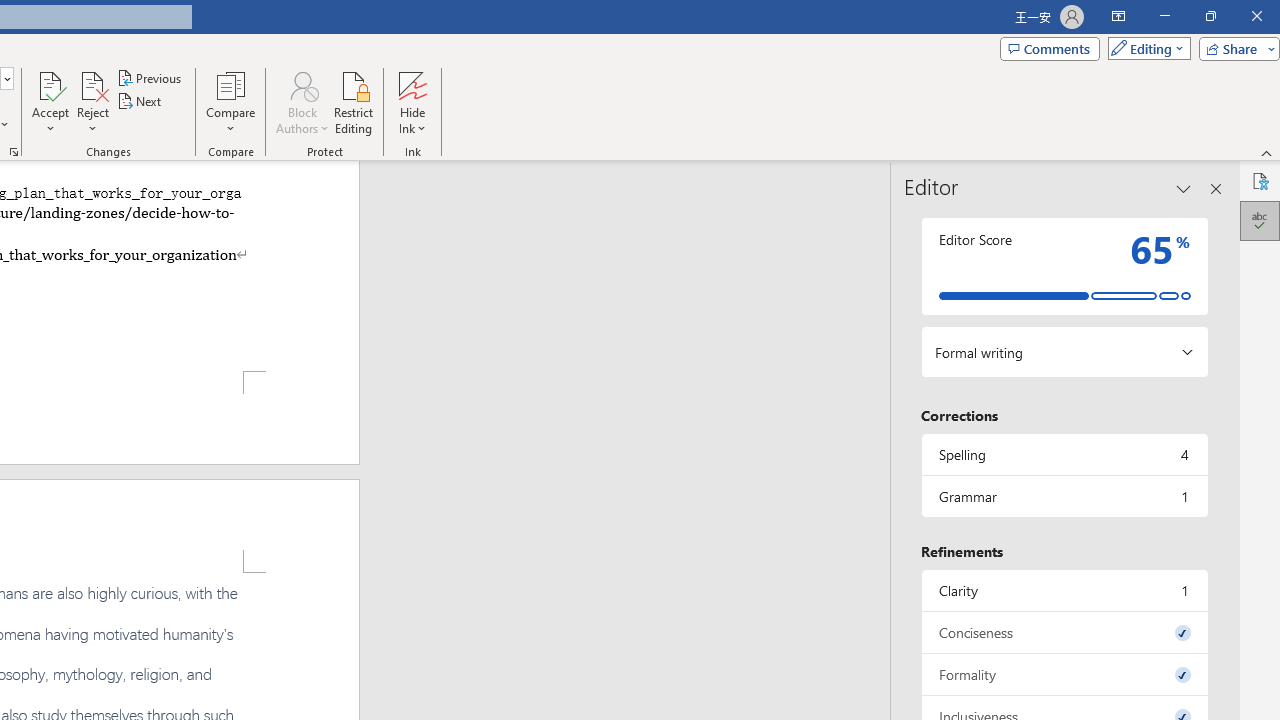 The height and width of the screenshot is (720, 1280). I want to click on 'Compare', so click(231, 103).